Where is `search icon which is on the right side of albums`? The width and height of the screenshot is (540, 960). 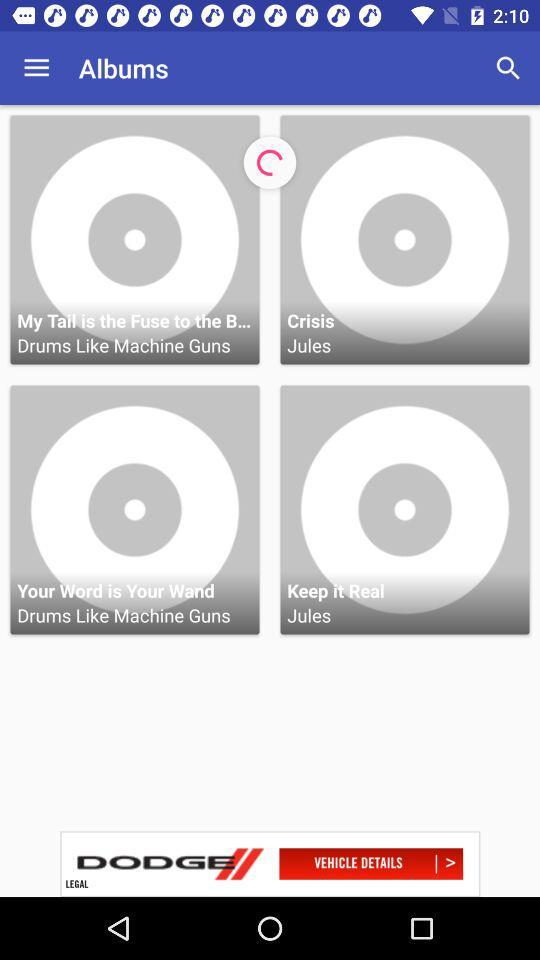
search icon which is on the right side of albums is located at coordinates (508, 68).